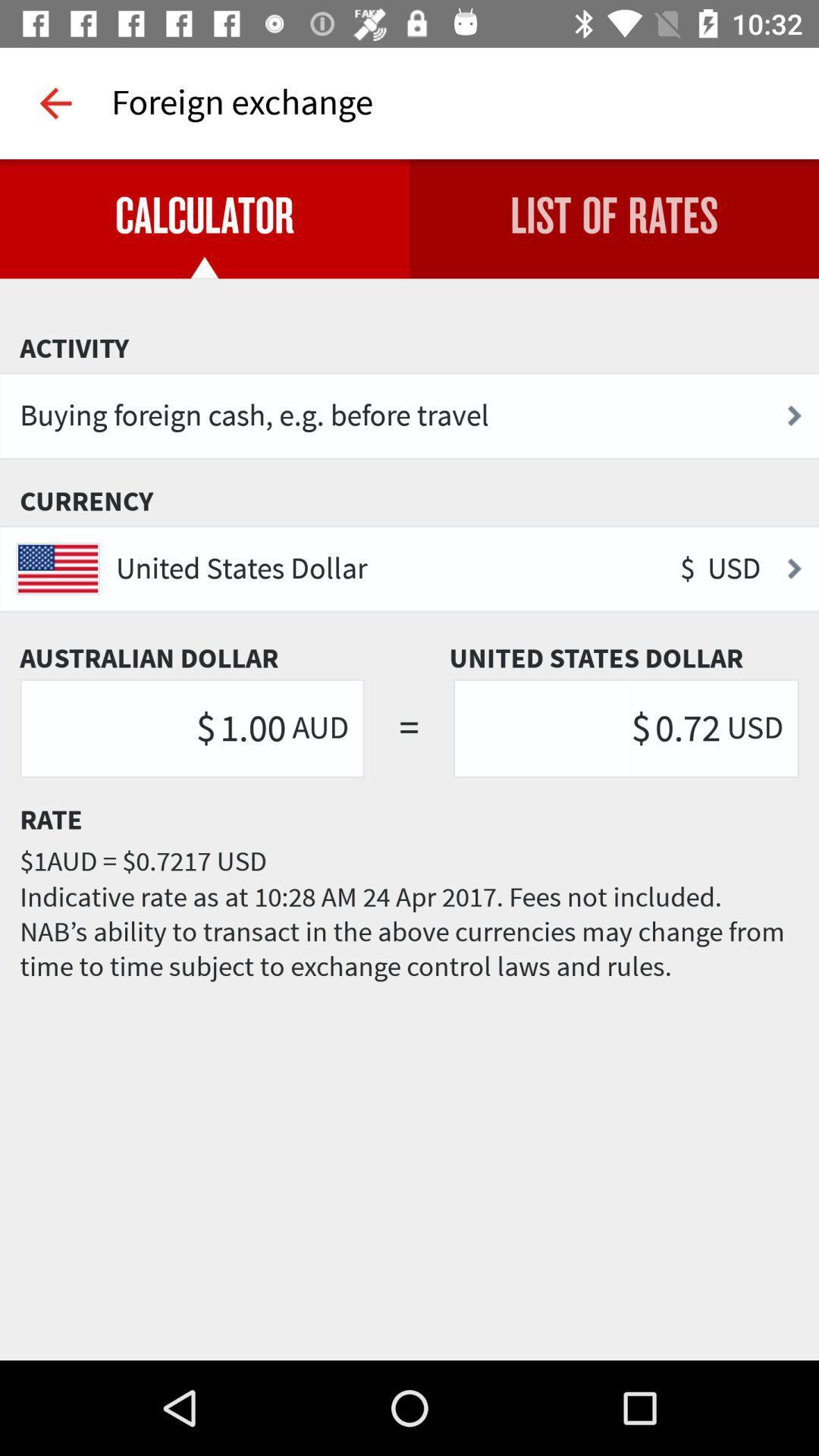  Describe the element at coordinates (614, 218) in the screenshot. I see `item to the right of the calculator item` at that location.